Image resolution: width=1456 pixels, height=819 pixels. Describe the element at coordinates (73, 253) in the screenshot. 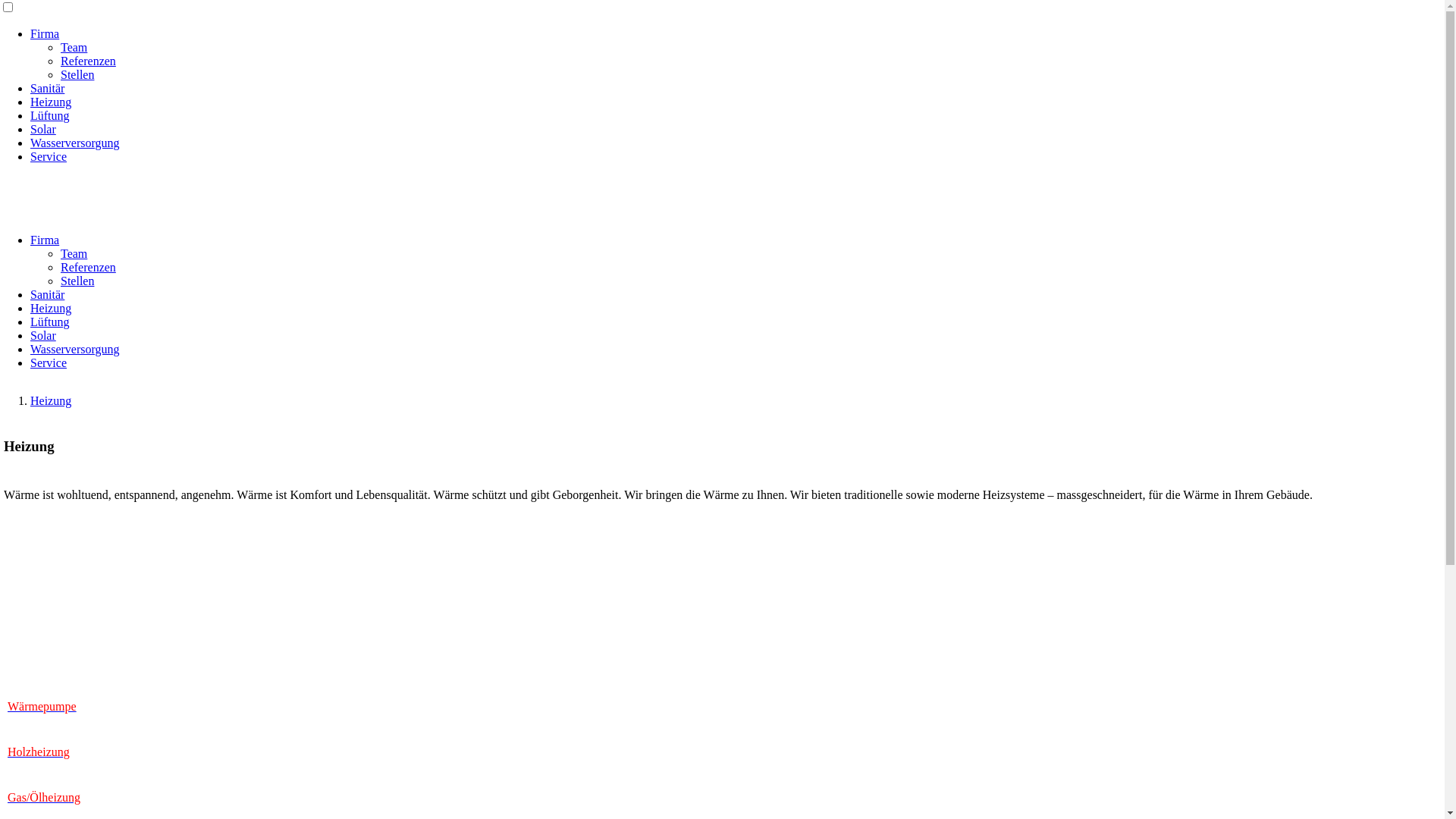

I see `'Team'` at that location.